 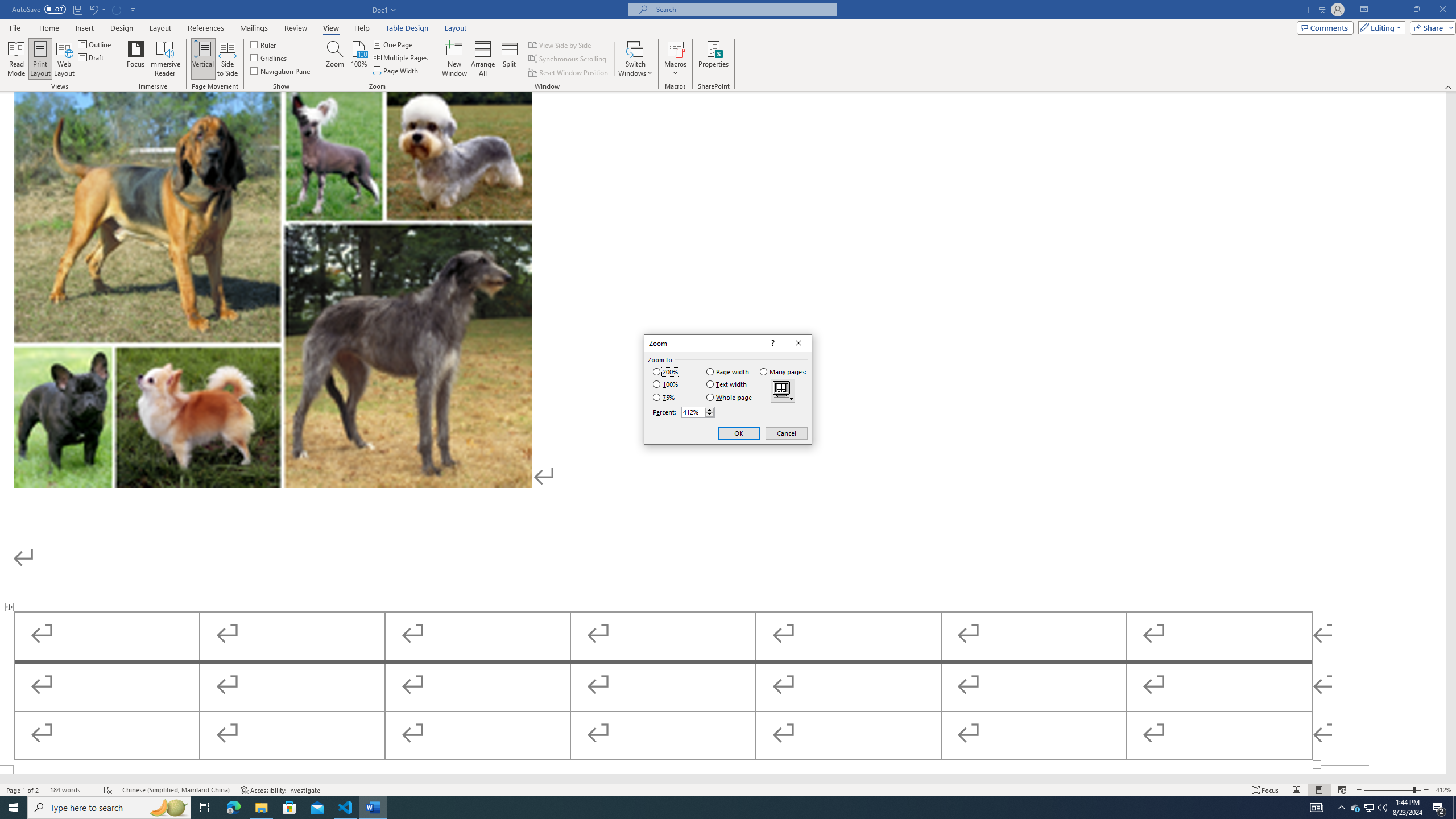 I want to click on 'Split', so click(x=510, y=59).